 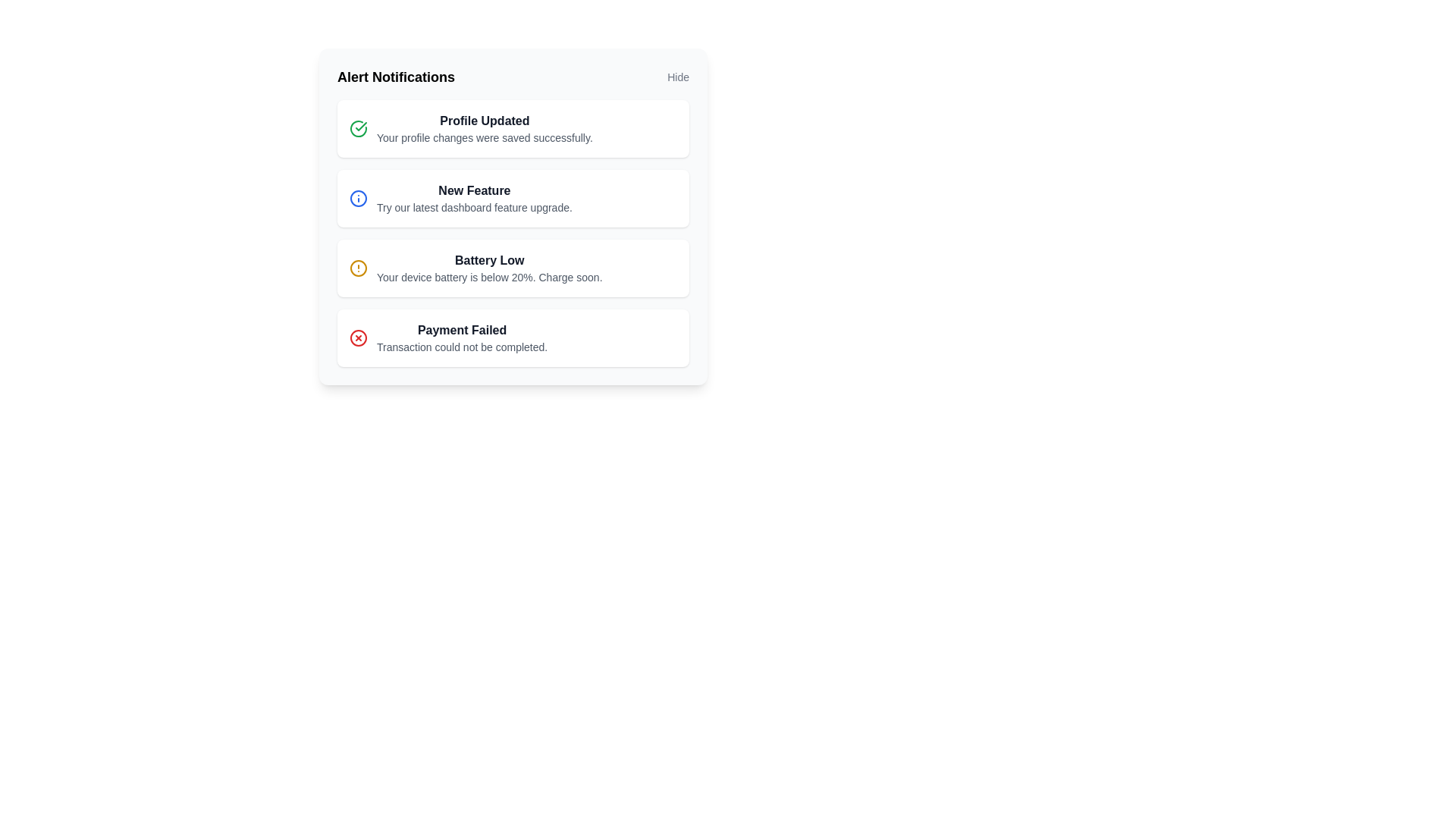 What do you see at coordinates (358, 337) in the screenshot?
I see `the red circular icon with a white cross indicating a negative status, located next to the 'Payment Failed' notification` at bounding box center [358, 337].